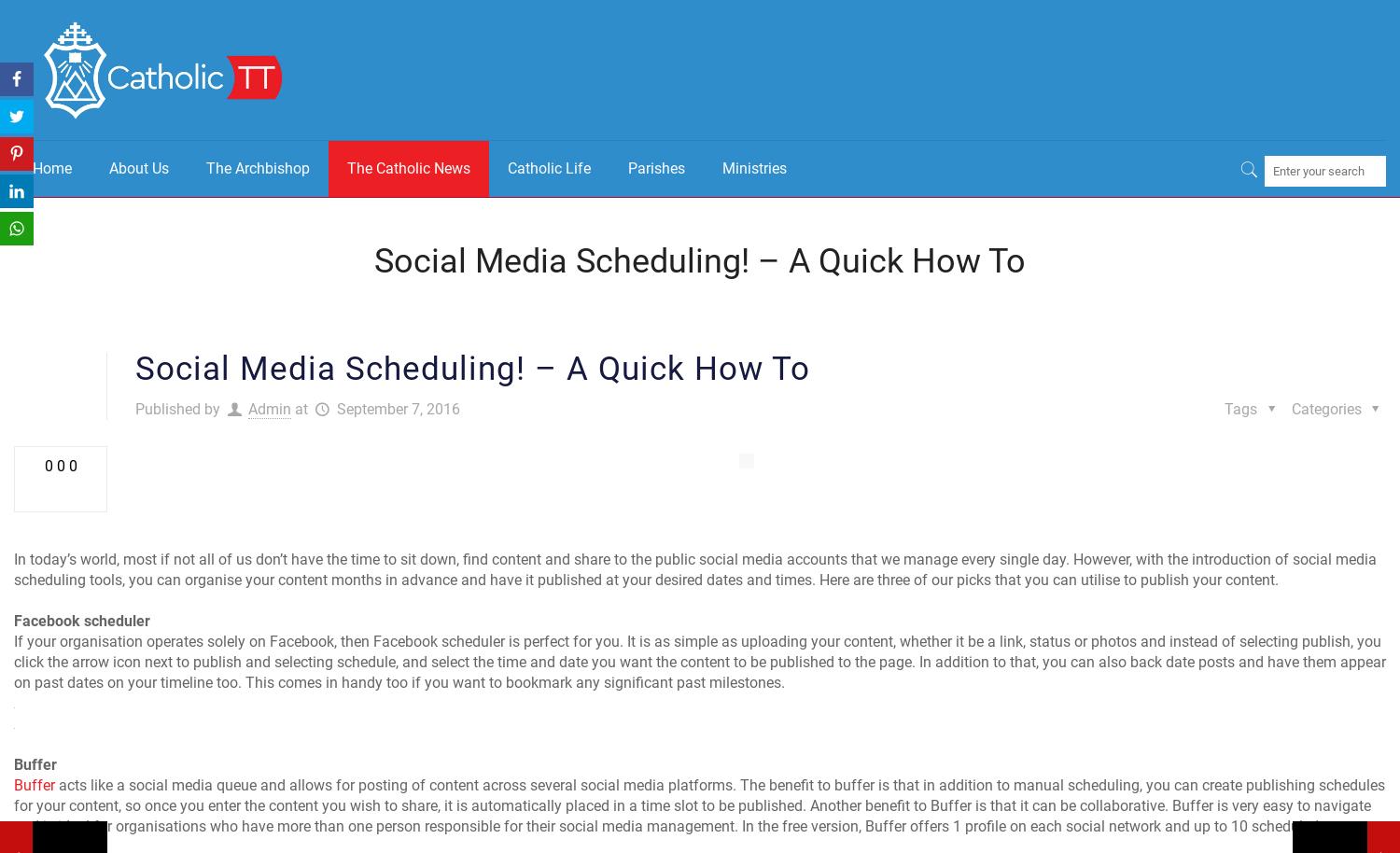  I want to click on 'at', so click(300, 408).